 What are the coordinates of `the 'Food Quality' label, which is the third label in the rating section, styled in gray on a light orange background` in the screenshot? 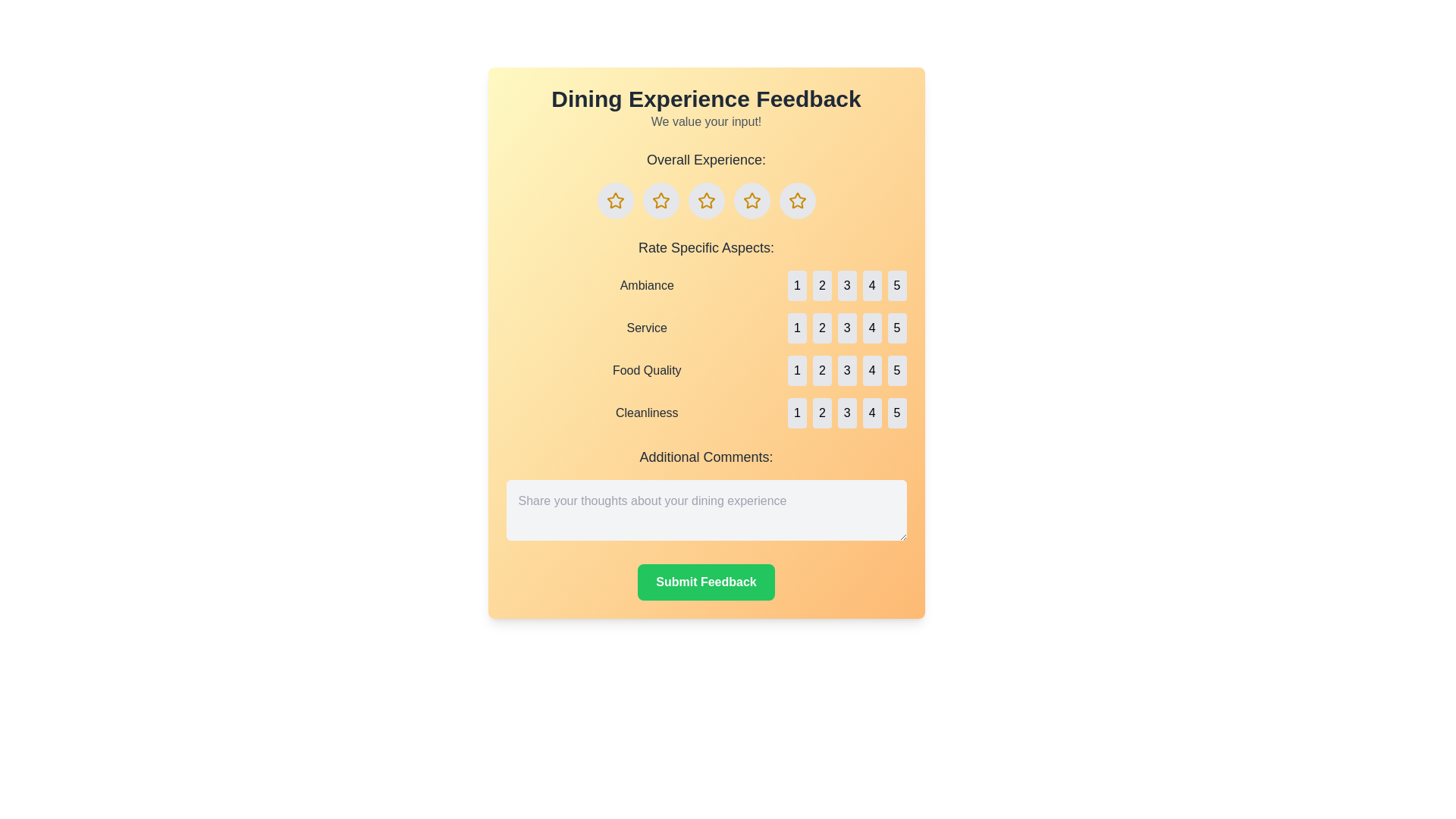 It's located at (647, 371).